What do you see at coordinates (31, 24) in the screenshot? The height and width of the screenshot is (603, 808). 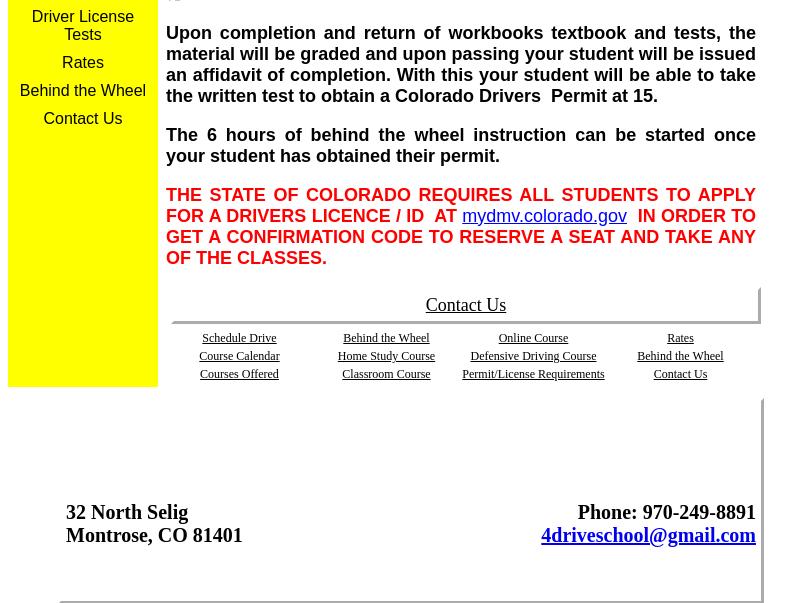 I see `'Driver License Tests'` at bounding box center [31, 24].